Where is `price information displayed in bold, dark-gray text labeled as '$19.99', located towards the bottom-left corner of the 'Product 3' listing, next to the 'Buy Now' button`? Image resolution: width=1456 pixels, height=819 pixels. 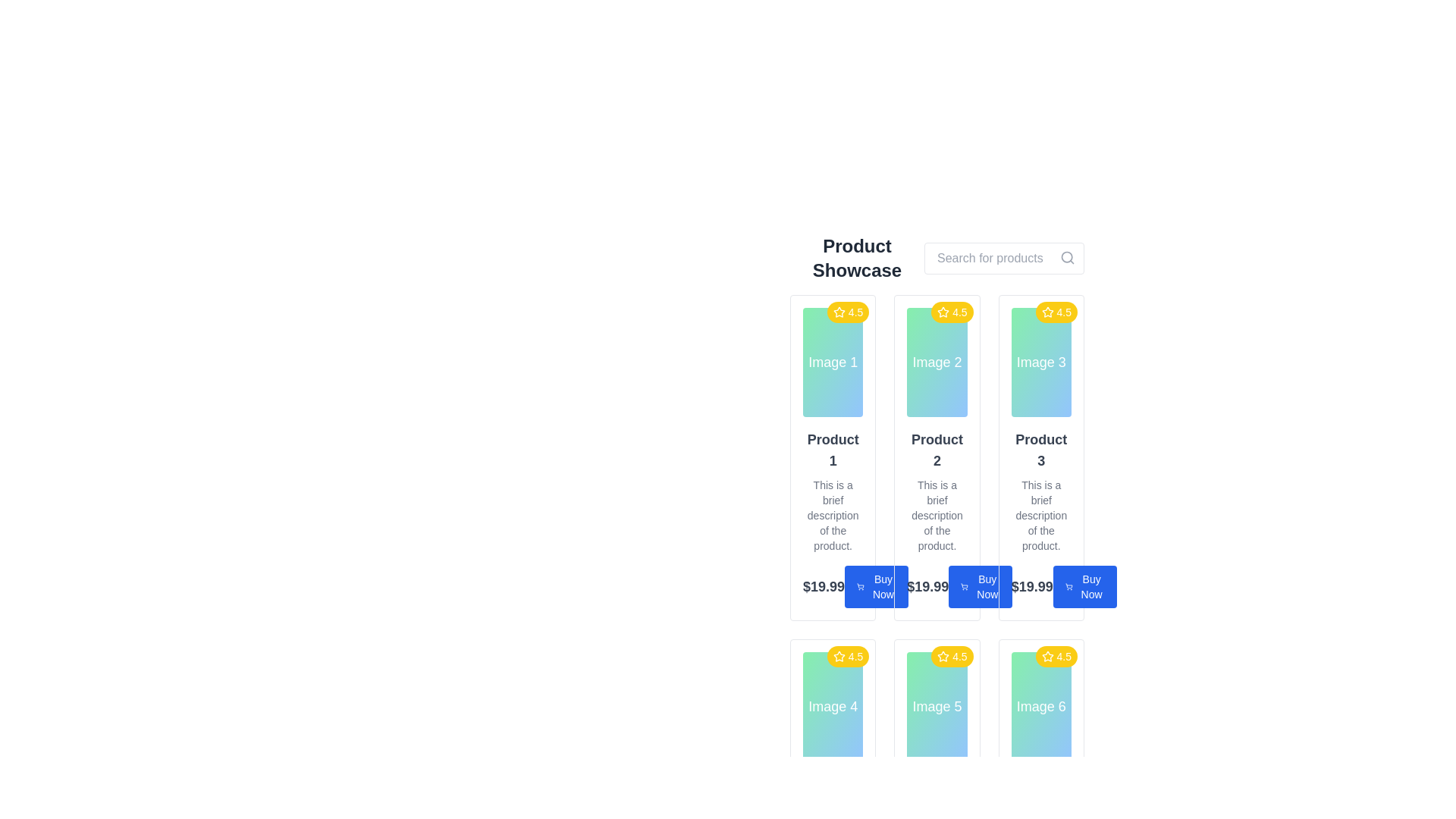 price information displayed in bold, dark-gray text labeled as '$19.99', located towards the bottom-left corner of the 'Product 3' listing, next to the 'Buy Now' button is located at coordinates (1040, 586).